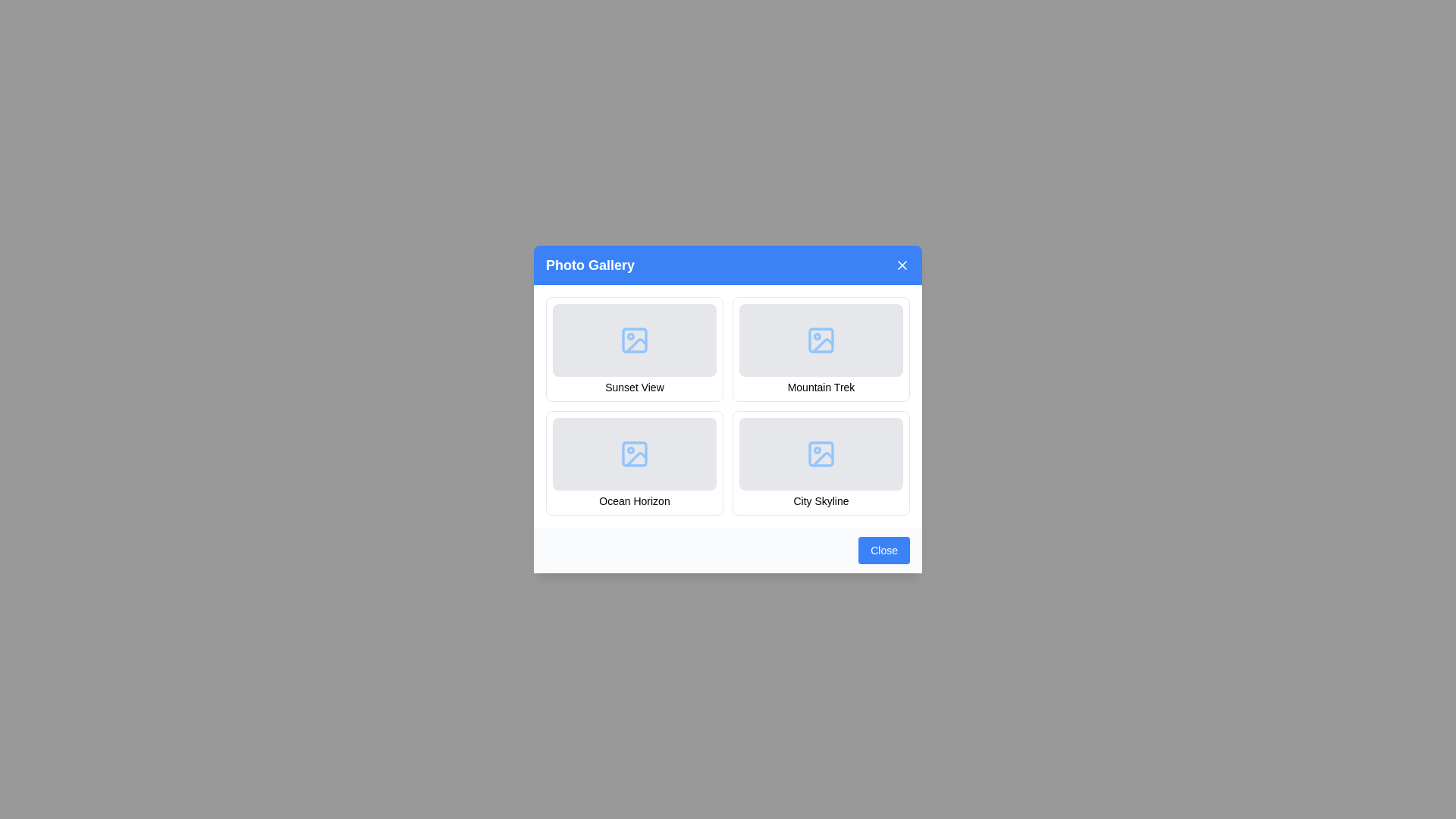 This screenshot has height=819, width=1456. I want to click on the Decorative graphic of the 'Ocean Horizon' image placeholder located in the second row of the four-image grid in the 'Photo Gallery' modal window, so click(634, 453).